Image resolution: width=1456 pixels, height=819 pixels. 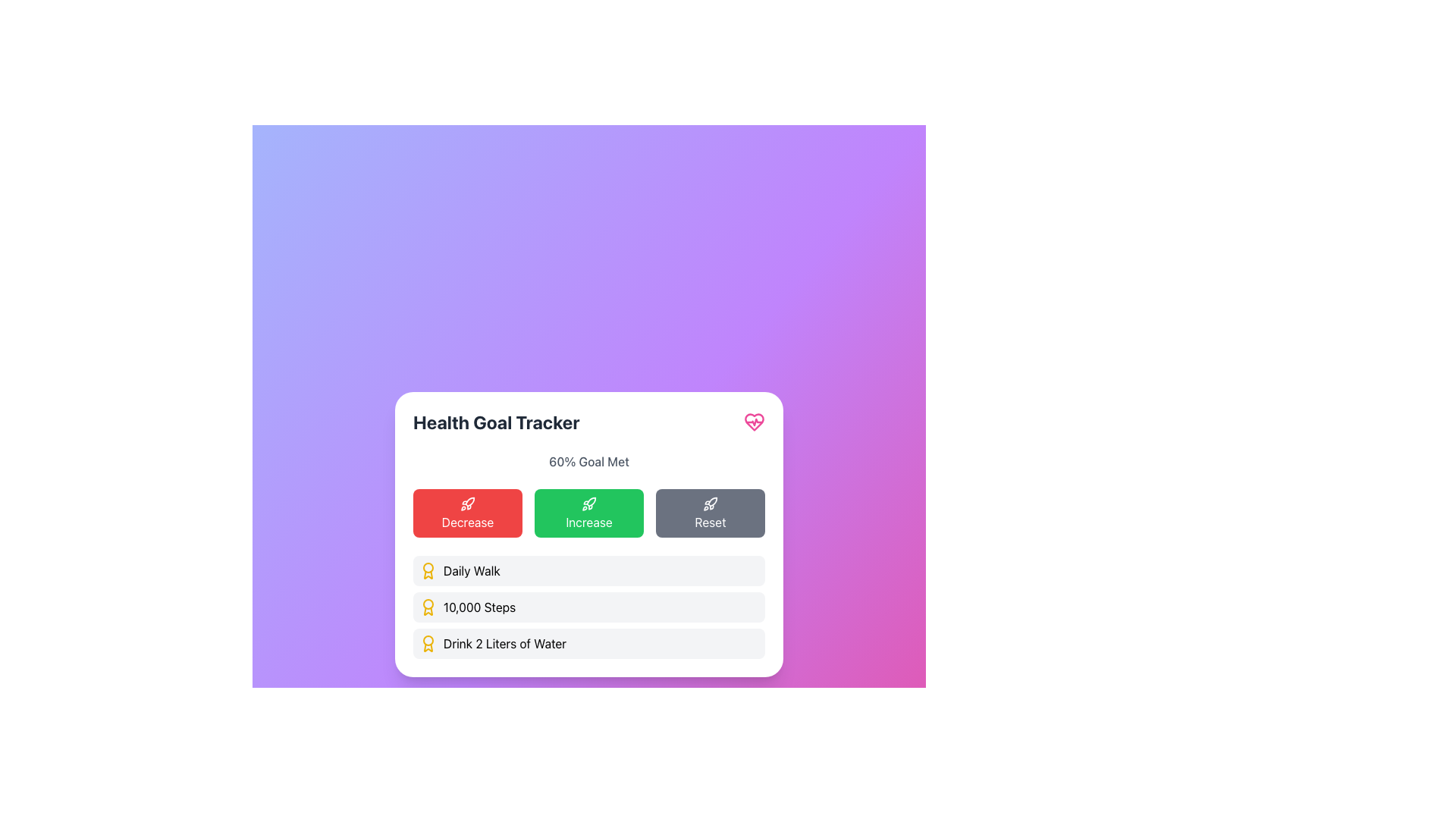 I want to click on the Labeled Indicator that indicates the completion of '10,000 Steps', which is positioned below 'Daily Walk' and above 'Drink 2 Liters of Water', so click(x=588, y=607).